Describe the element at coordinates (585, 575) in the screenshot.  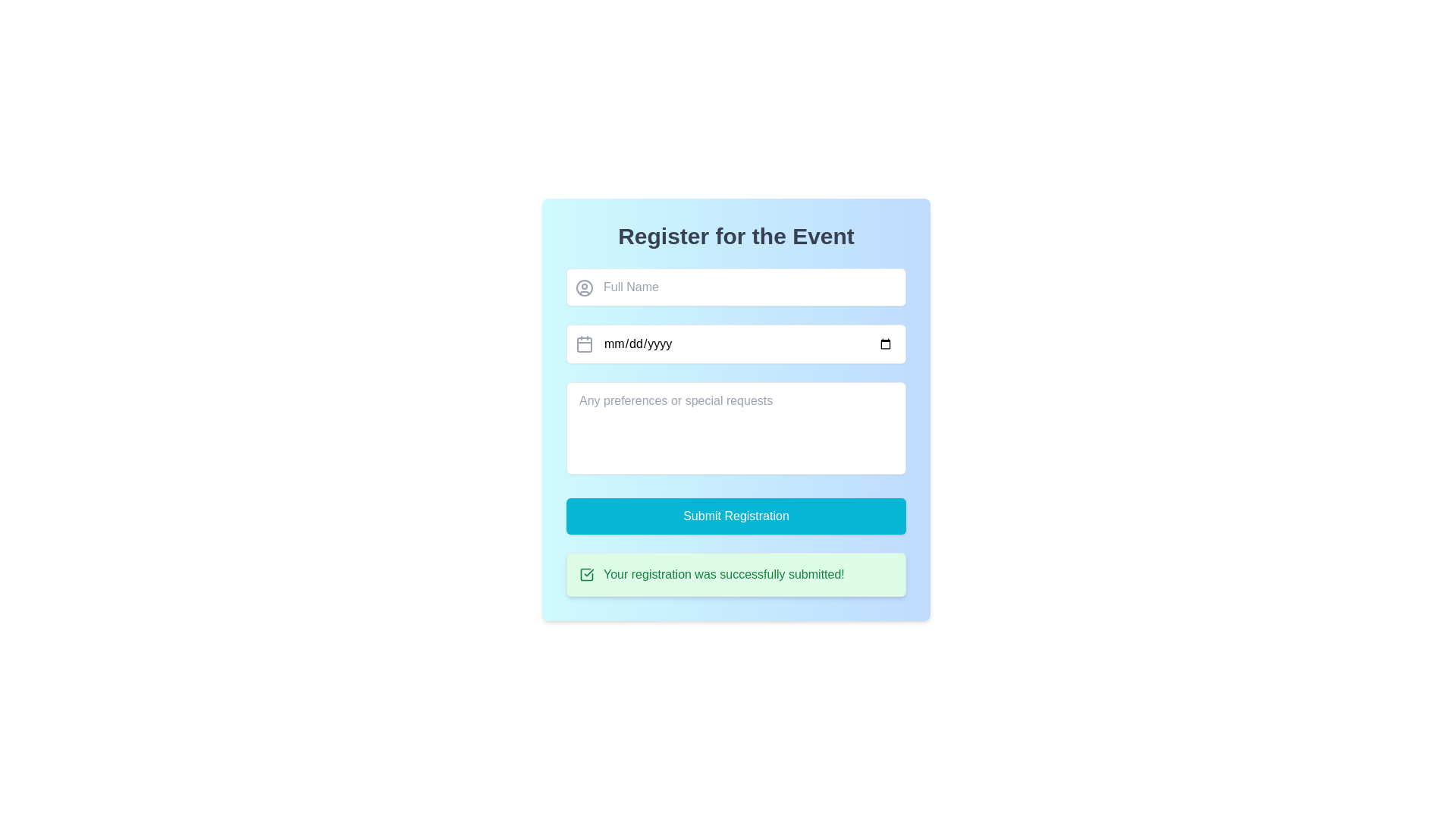
I see `the small green-outlined square icon with a checkmark located in the success message component on the left side of the notification bar` at that location.